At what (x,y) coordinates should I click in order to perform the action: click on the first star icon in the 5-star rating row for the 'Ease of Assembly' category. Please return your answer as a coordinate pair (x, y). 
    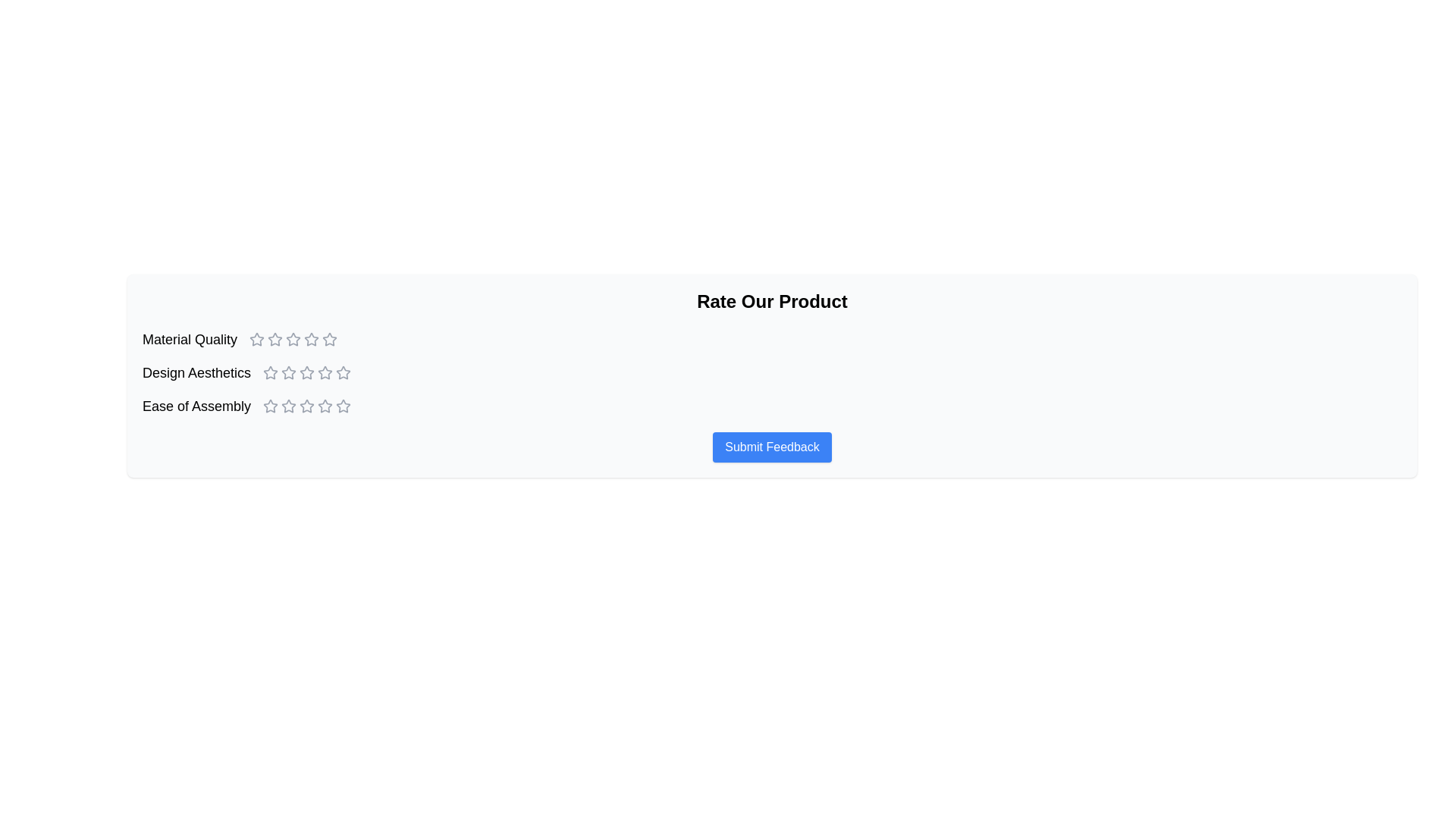
    Looking at the image, I should click on (270, 405).